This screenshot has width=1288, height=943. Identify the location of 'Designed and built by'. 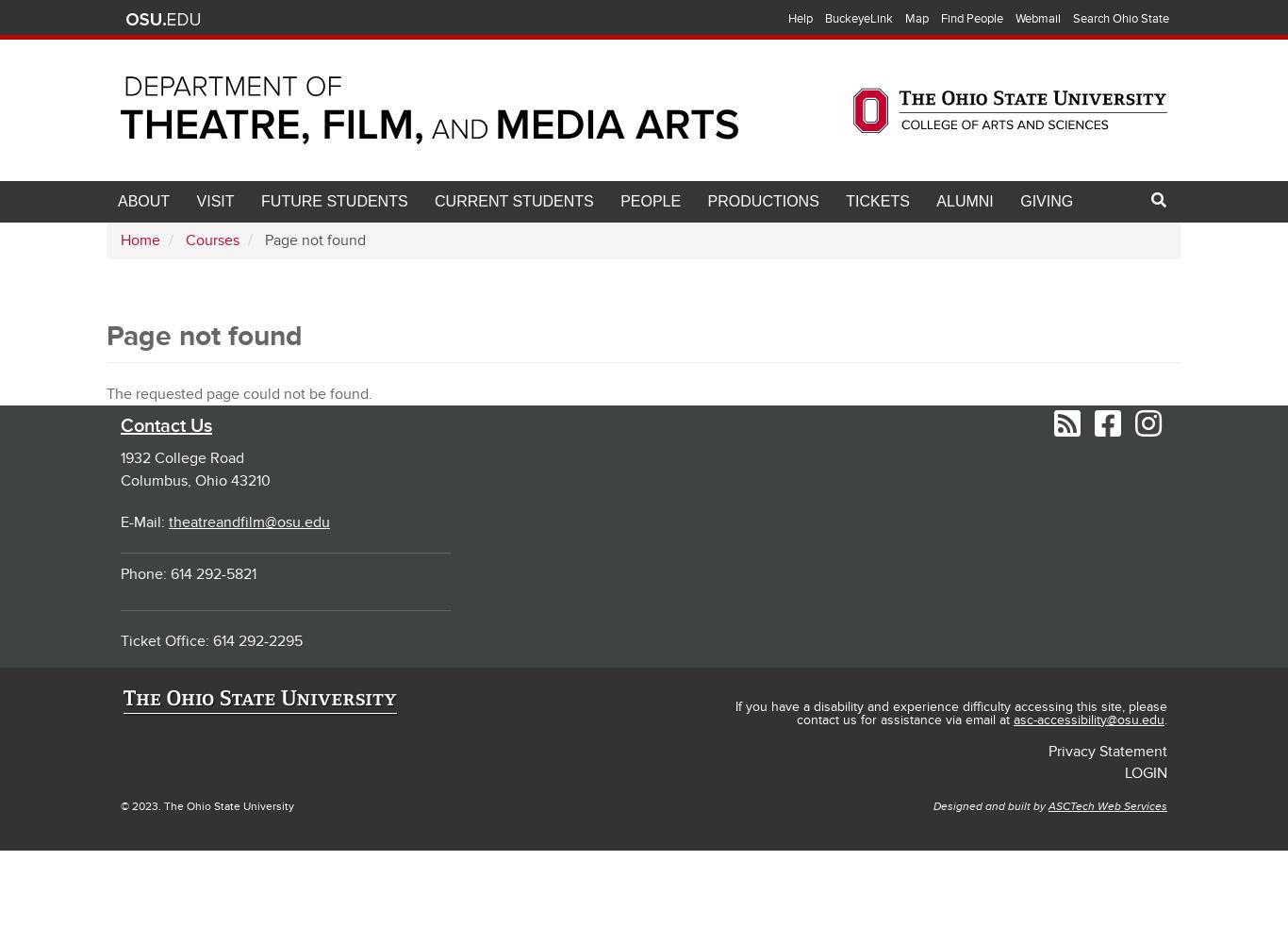
(933, 805).